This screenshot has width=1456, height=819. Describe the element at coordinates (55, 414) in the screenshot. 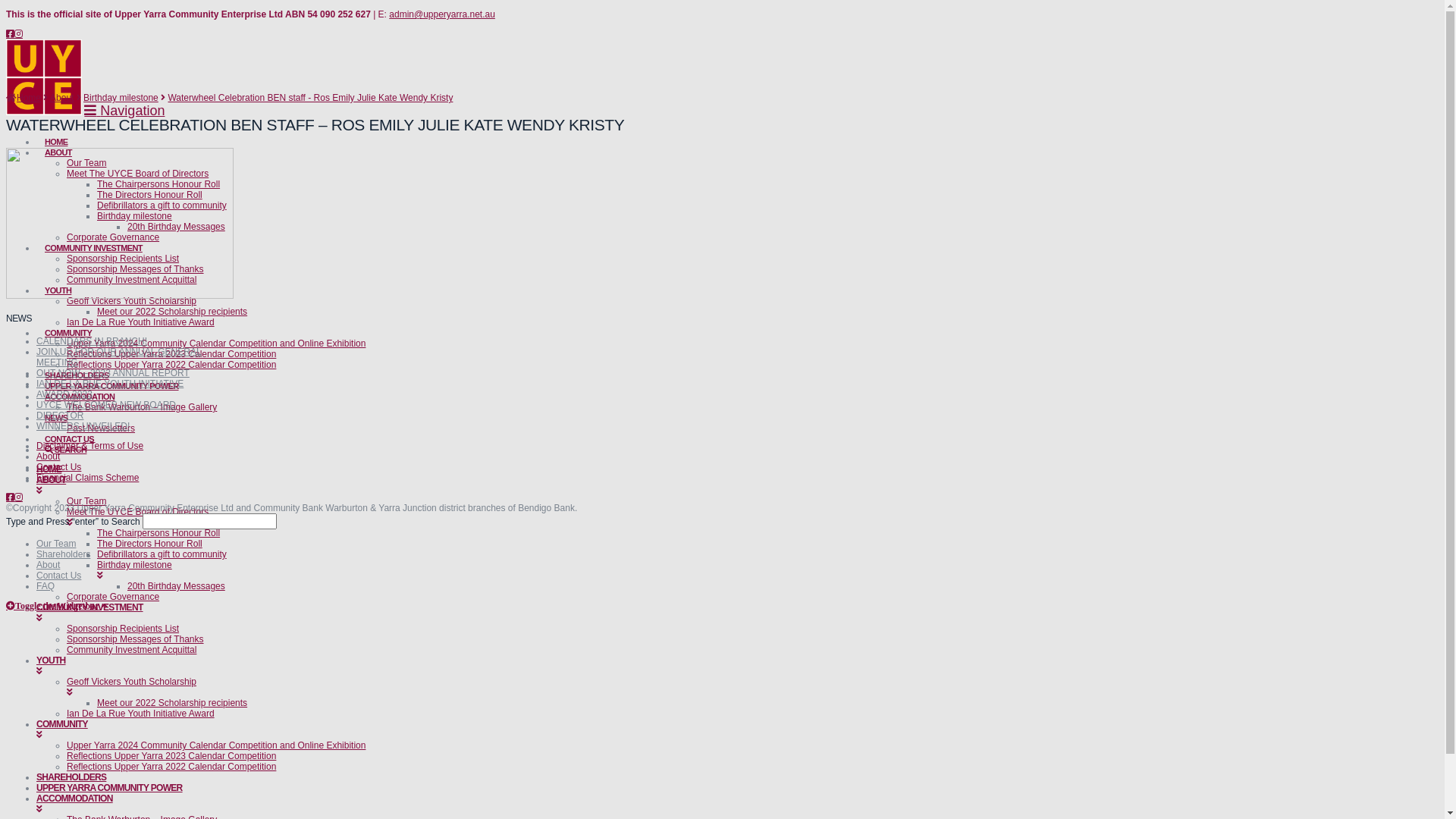

I see `'NEWS'` at that location.